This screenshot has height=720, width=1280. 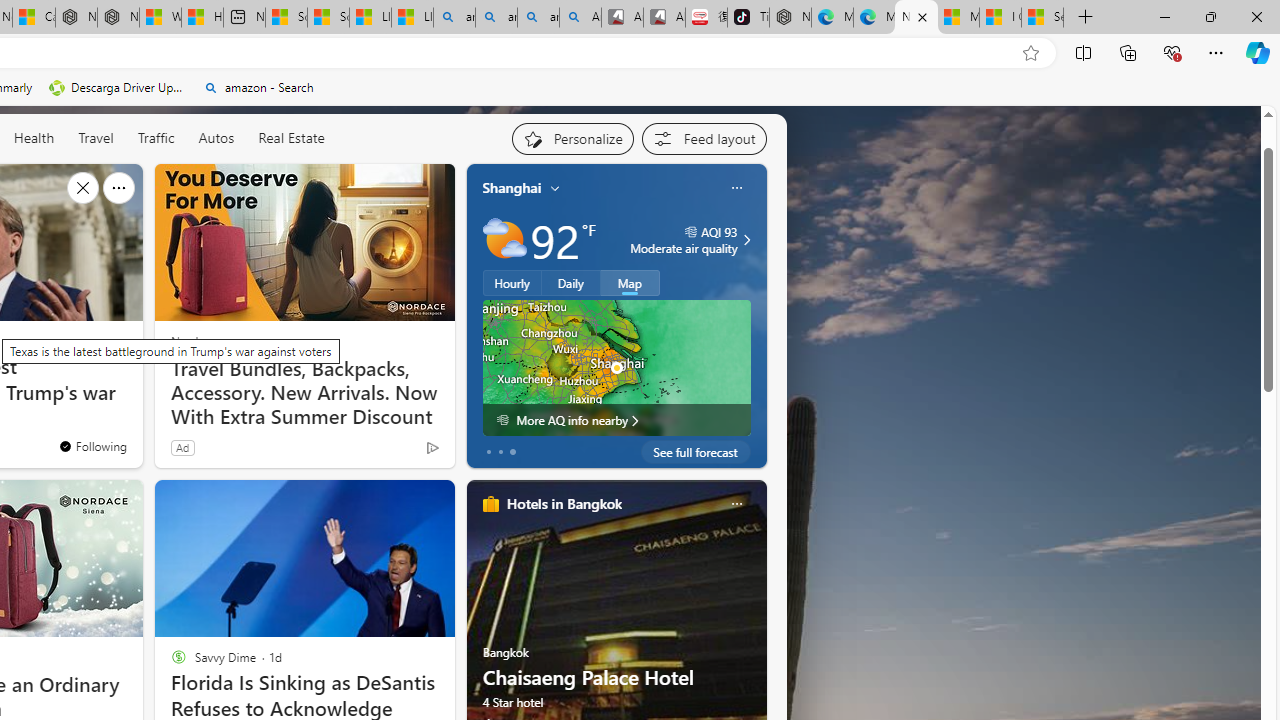 I want to click on 'See full forecast', so click(x=695, y=451).